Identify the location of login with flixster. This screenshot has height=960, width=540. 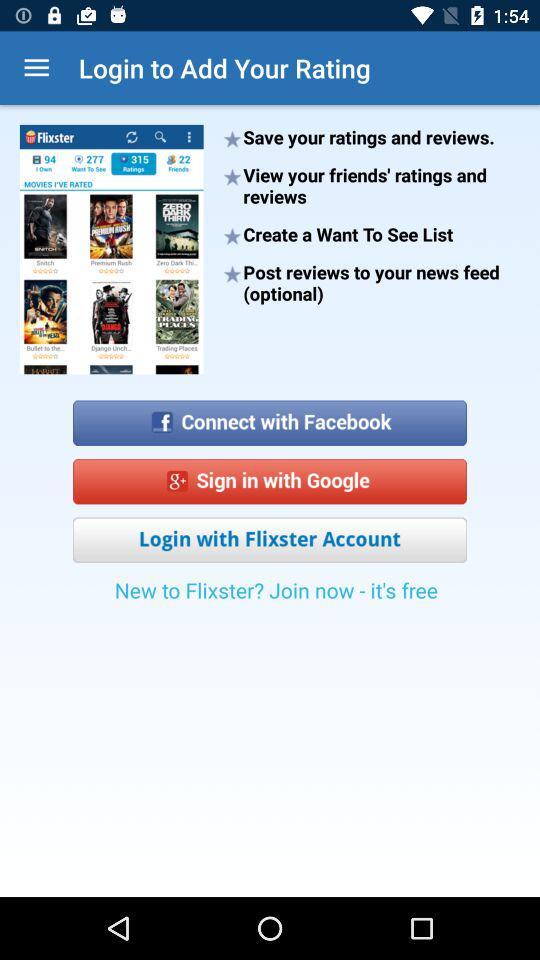
(270, 539).